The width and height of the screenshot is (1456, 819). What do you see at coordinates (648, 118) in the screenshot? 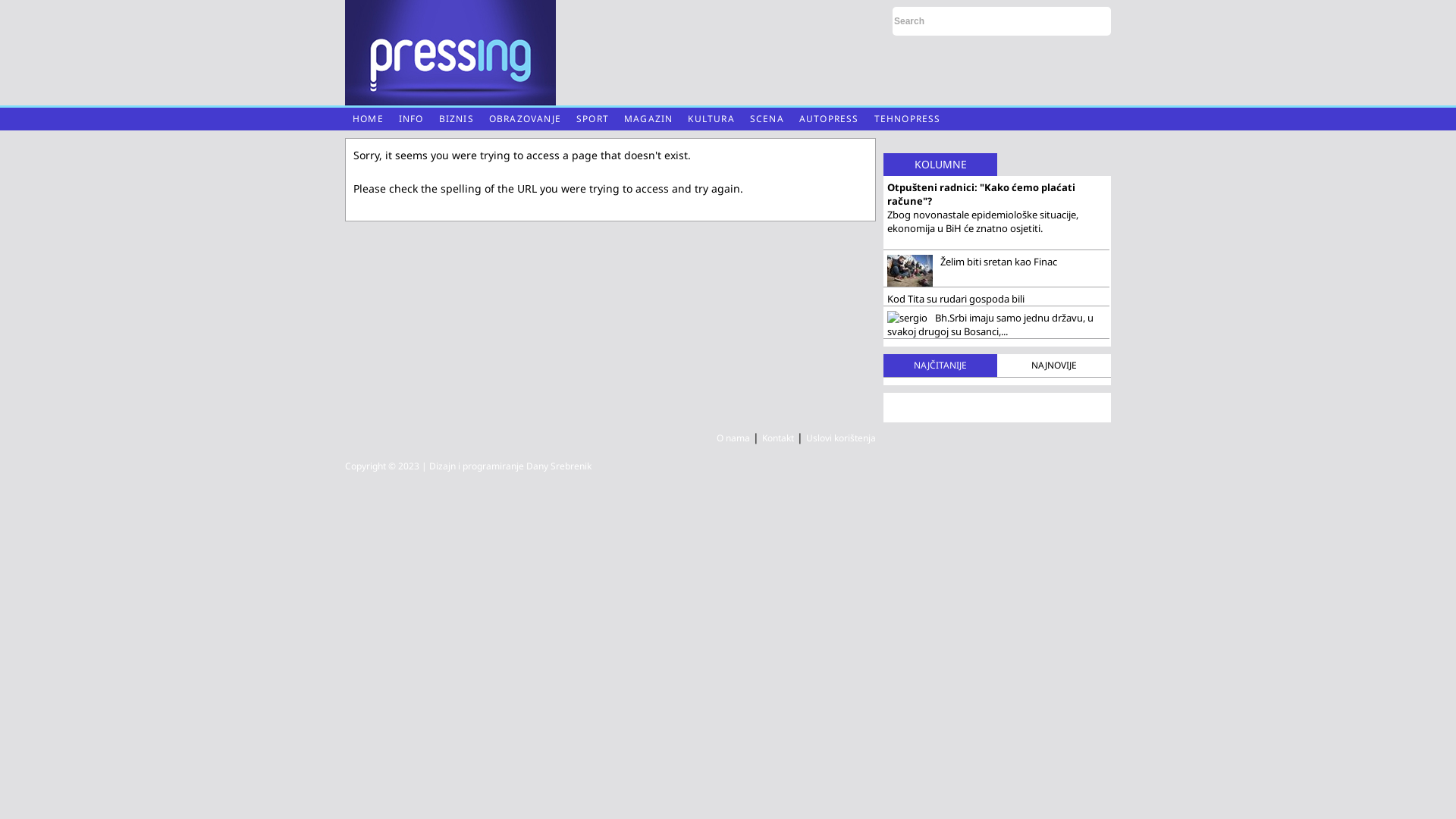
I see `'MAGAZIN'` at bounding box center [648, 118].